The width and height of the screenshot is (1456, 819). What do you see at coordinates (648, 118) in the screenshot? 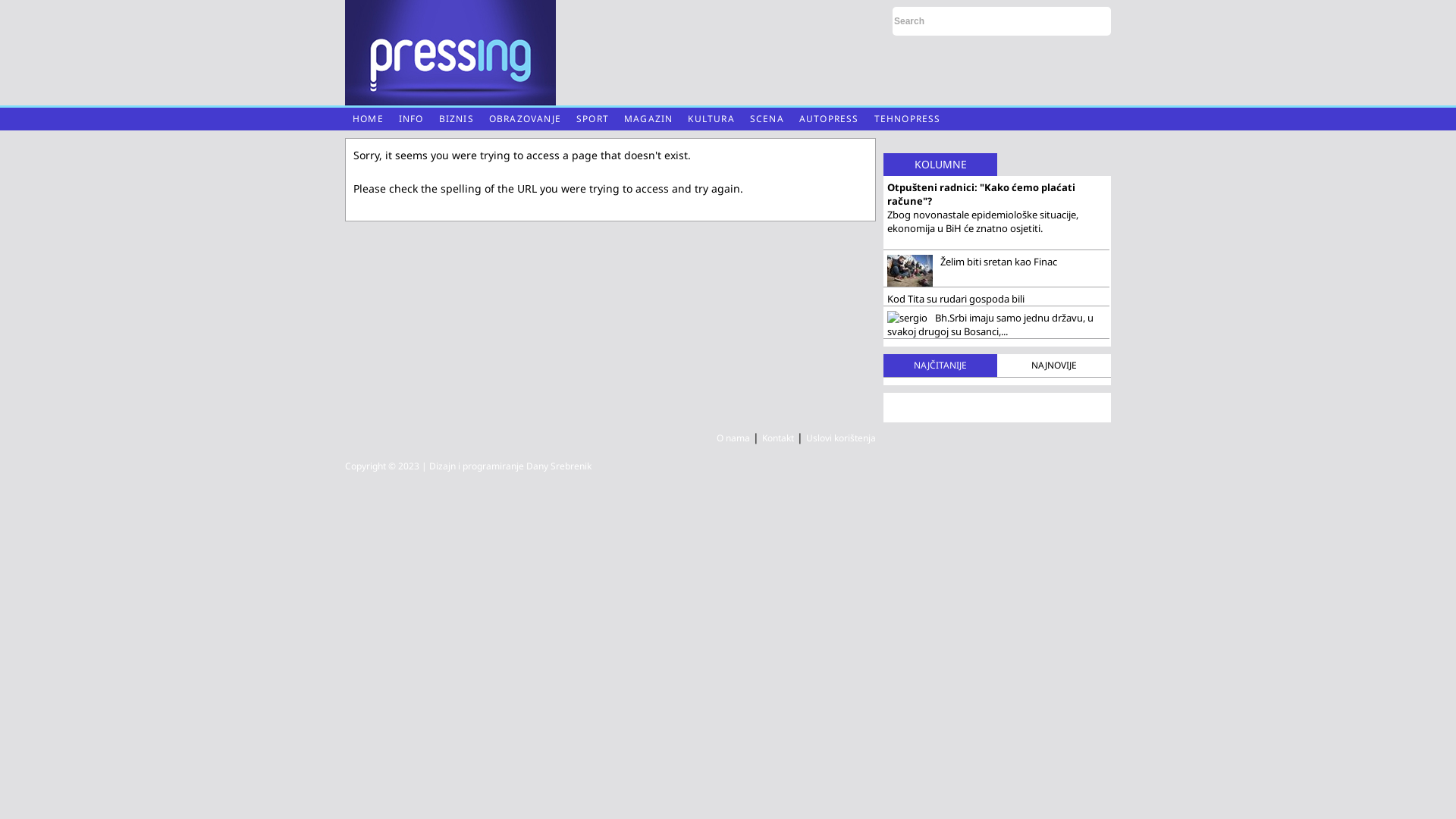
I see `'MAGAZIN'` at bounding box center [648, 118].